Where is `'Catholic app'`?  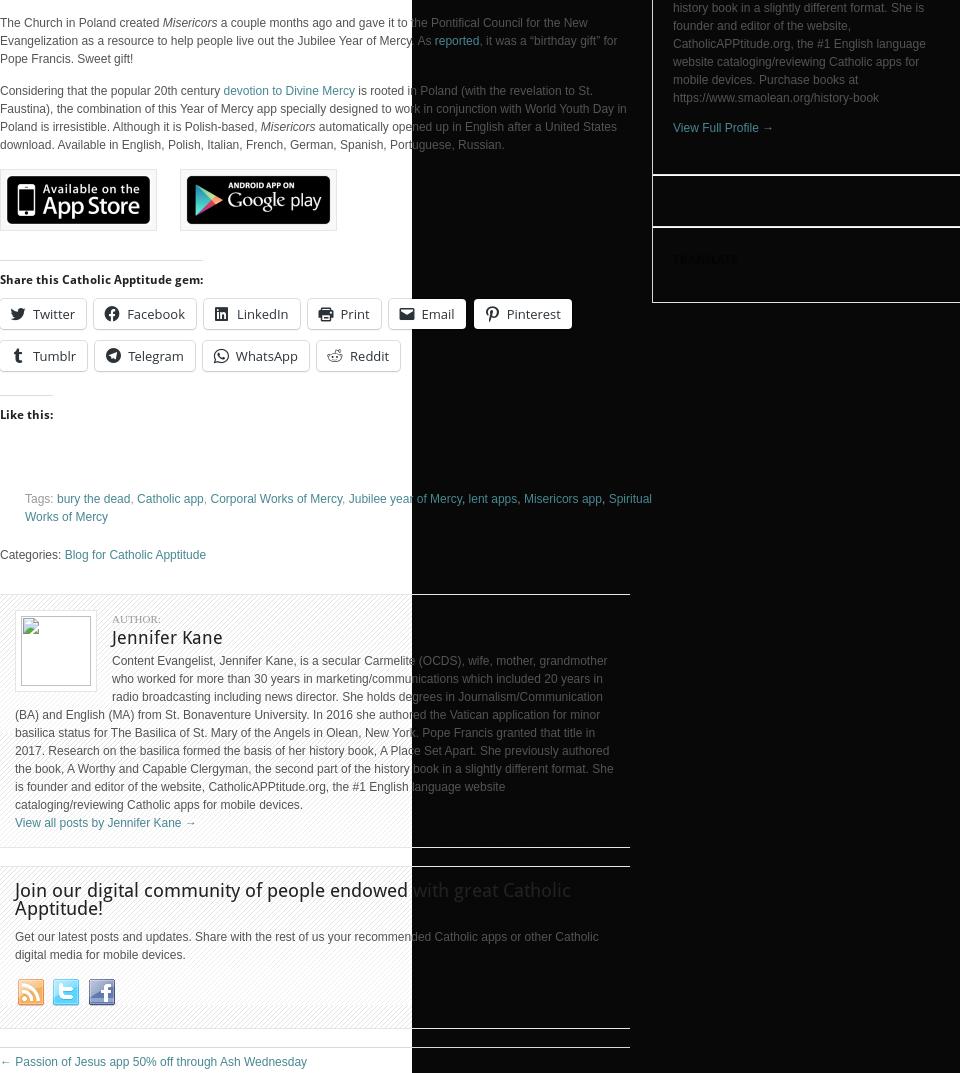 'Catholic app' is located at coordinates (135, 496).